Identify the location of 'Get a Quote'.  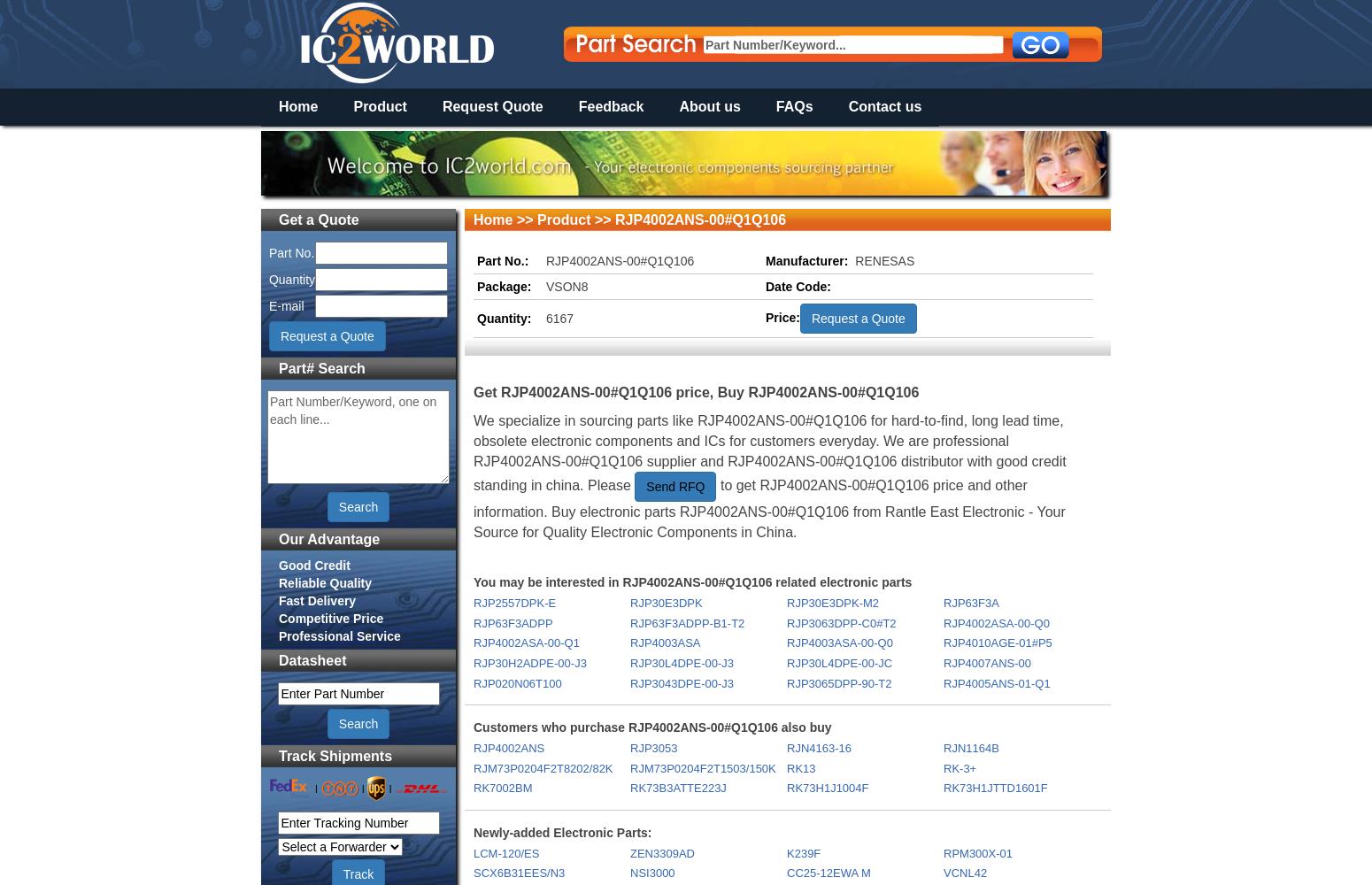
(318, 218).